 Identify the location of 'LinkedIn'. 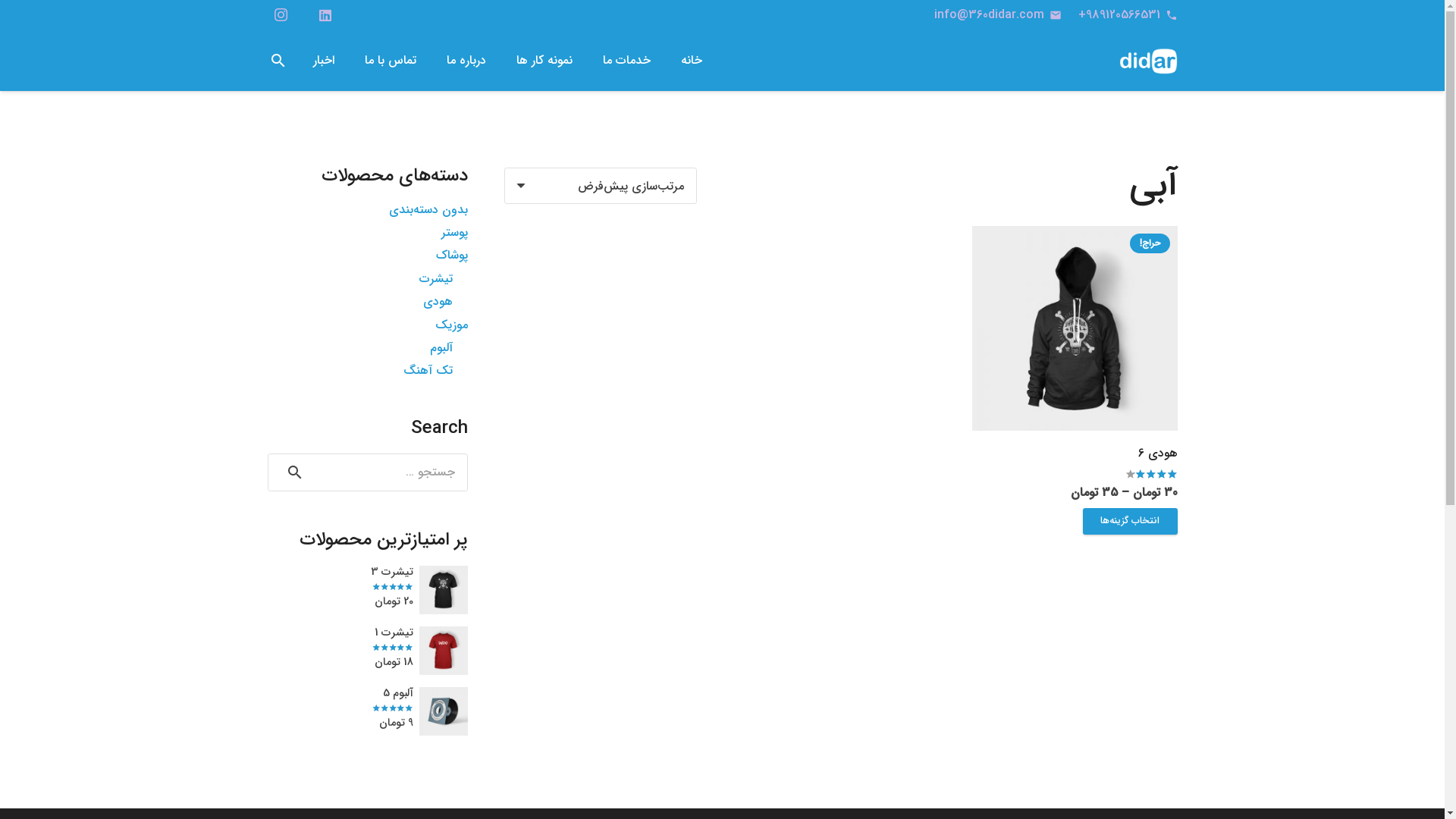
(324, 14).